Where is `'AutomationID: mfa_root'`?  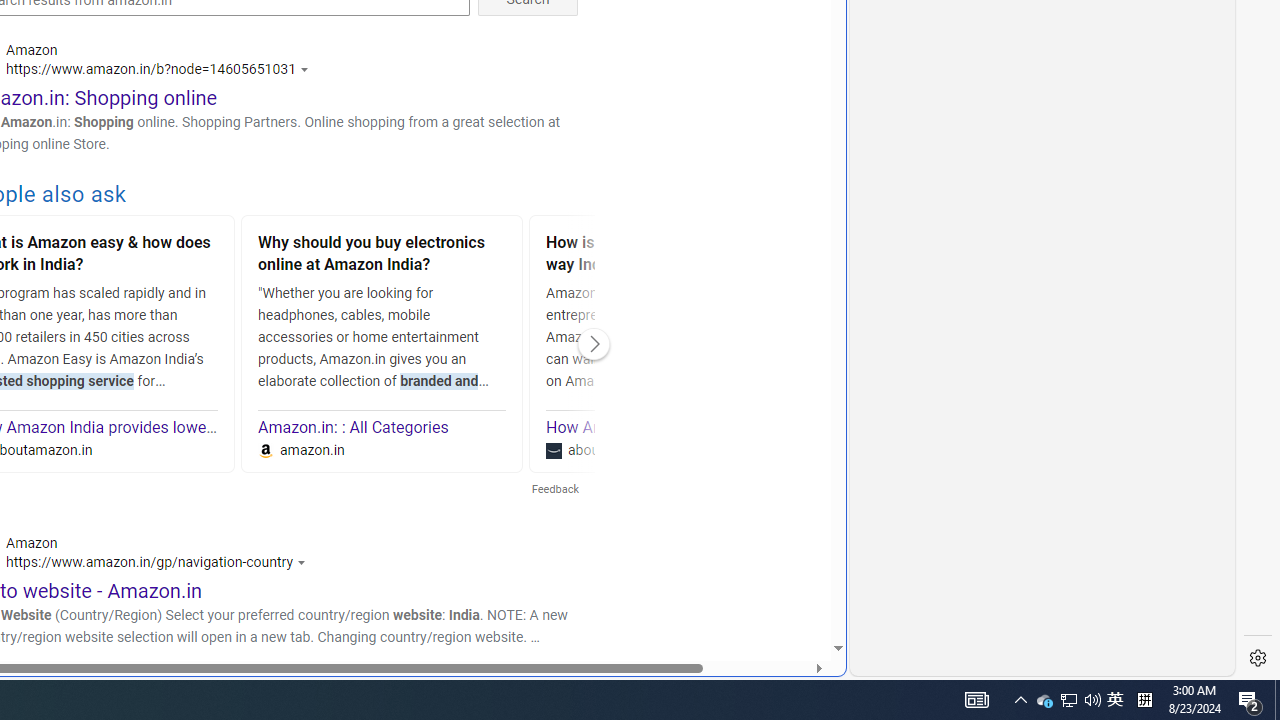 'AutomationID: mfa_root' is located at coordinates (761, 587).